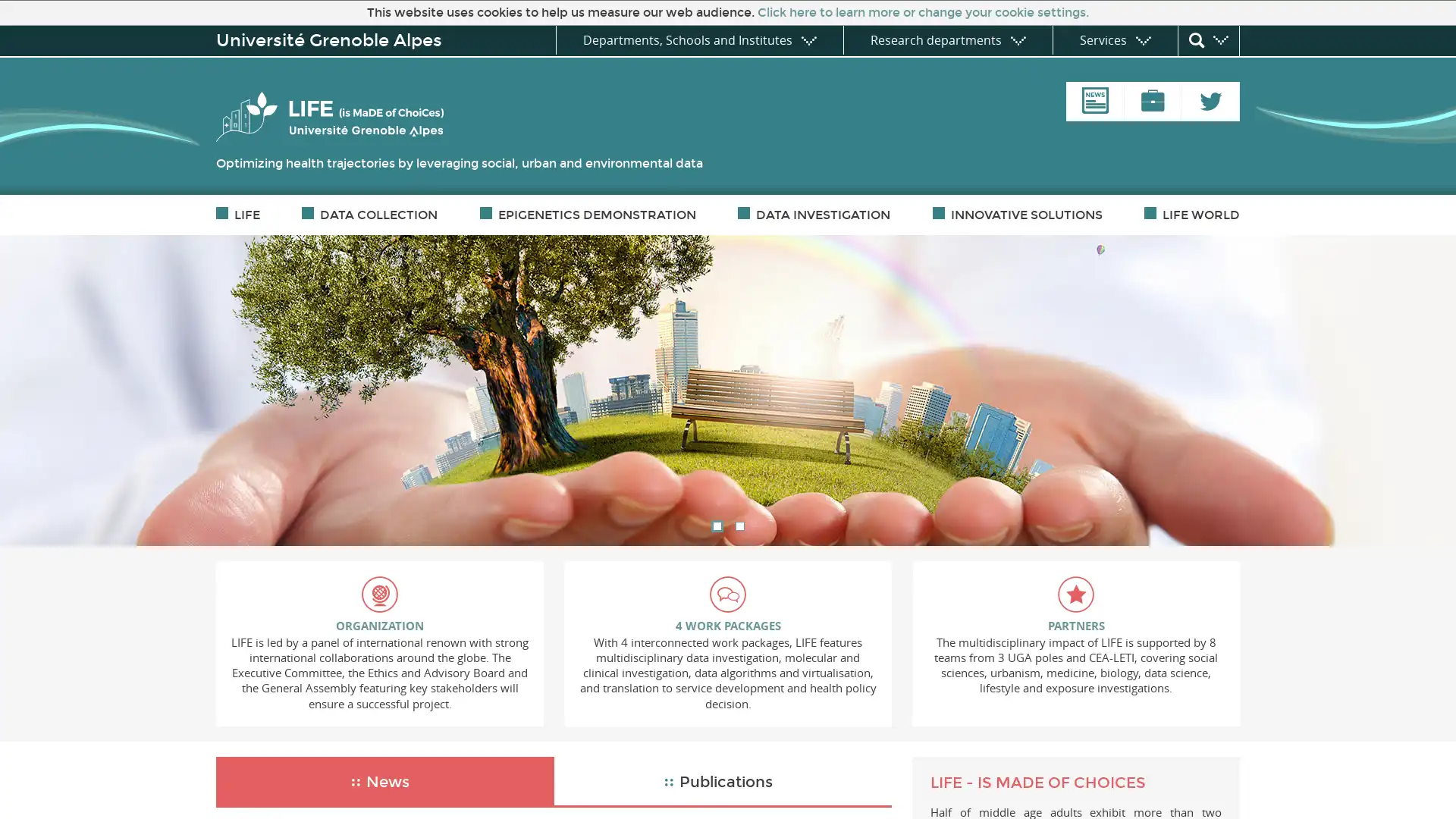 The image size is (1456, 819). I want to click on Research departments, so click(946, 39).